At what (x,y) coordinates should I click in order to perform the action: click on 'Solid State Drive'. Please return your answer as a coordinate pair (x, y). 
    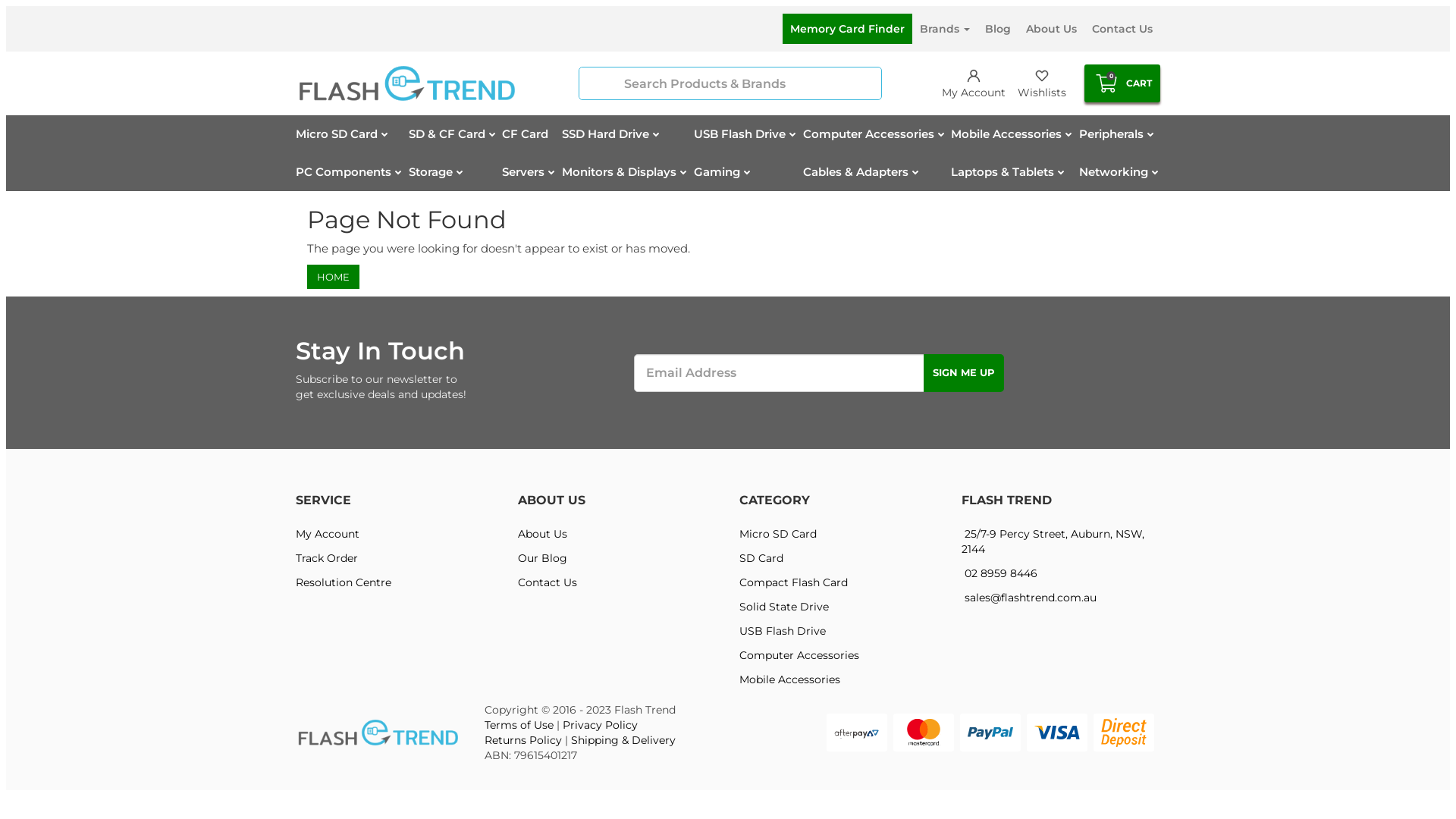
    Looking at the image, I should click on (838, 605).